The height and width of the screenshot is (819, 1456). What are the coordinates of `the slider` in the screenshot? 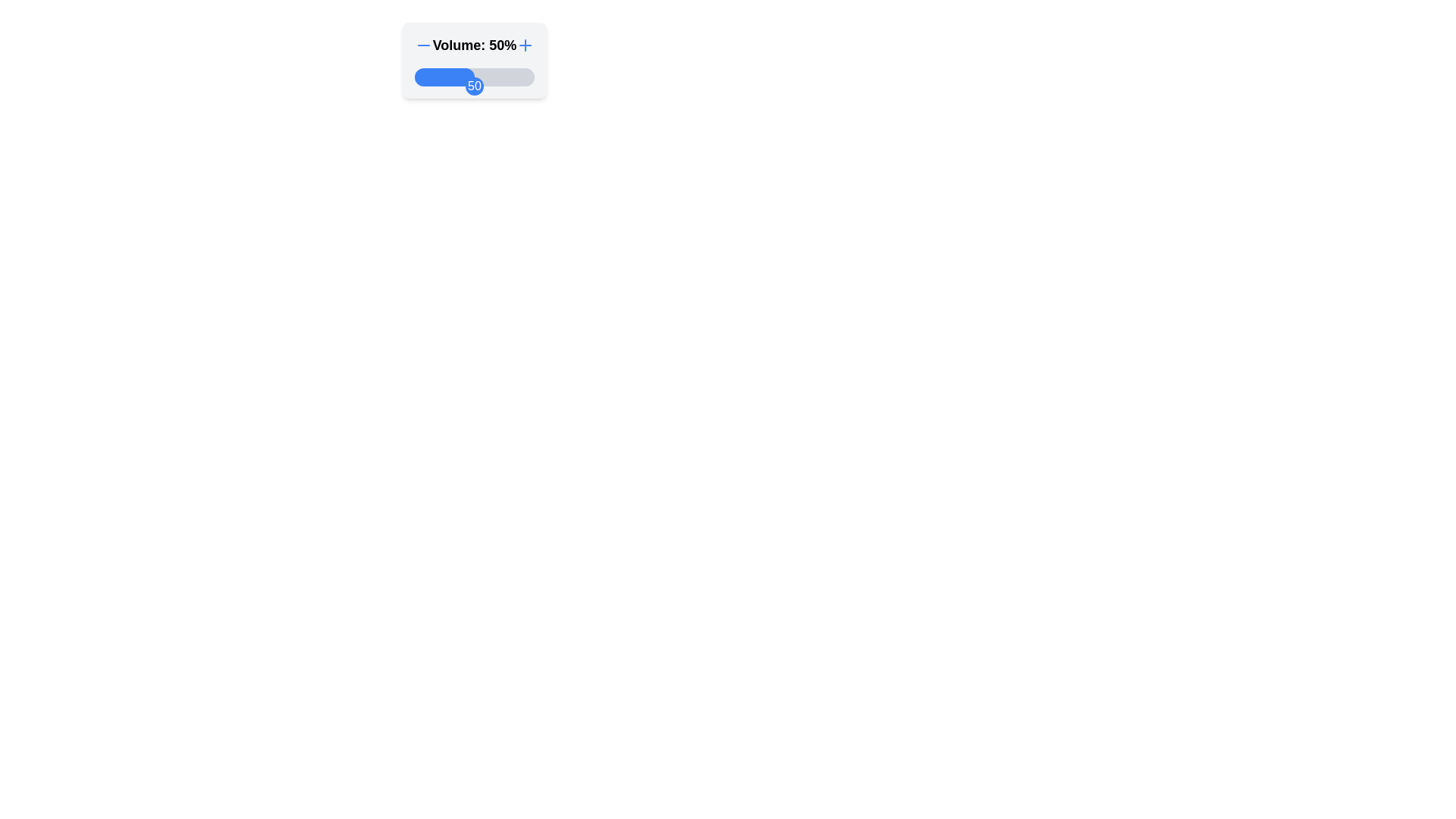 It's located at (475, 77).